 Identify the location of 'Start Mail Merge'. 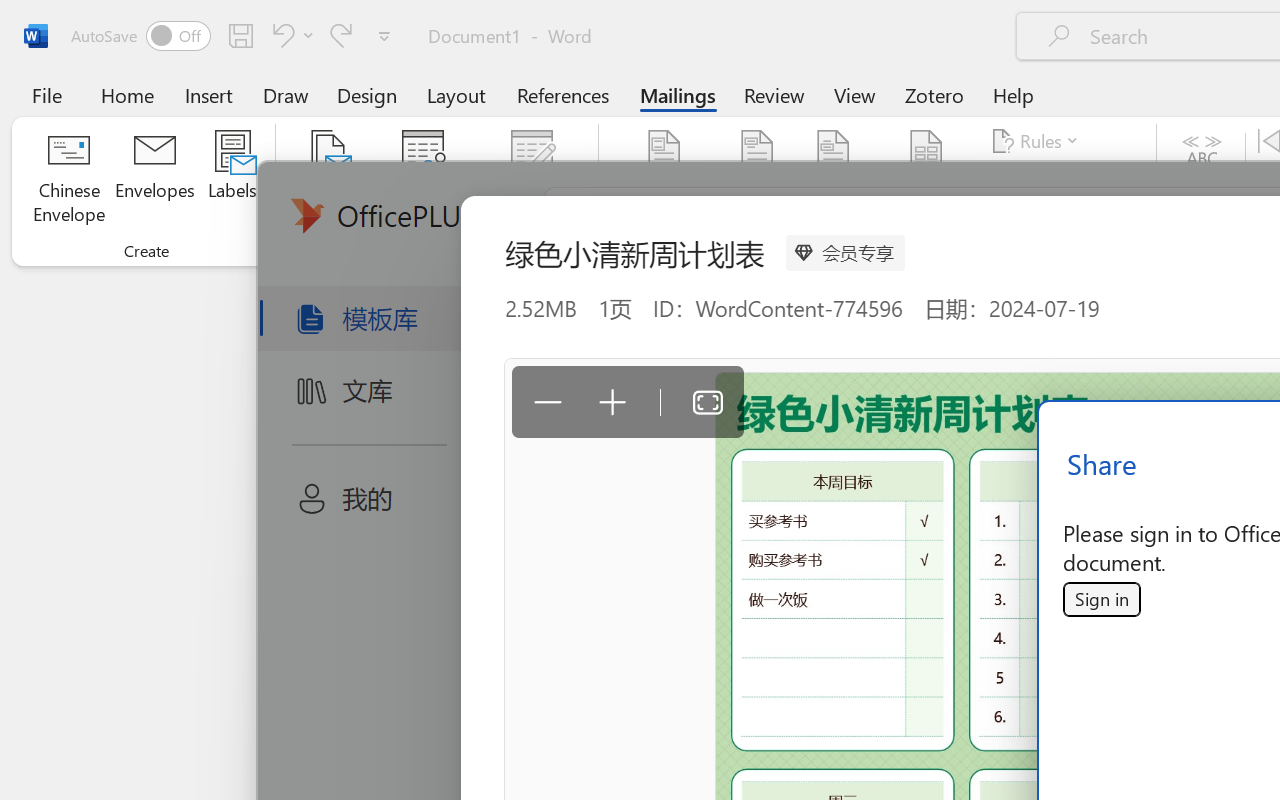
(328, 179).